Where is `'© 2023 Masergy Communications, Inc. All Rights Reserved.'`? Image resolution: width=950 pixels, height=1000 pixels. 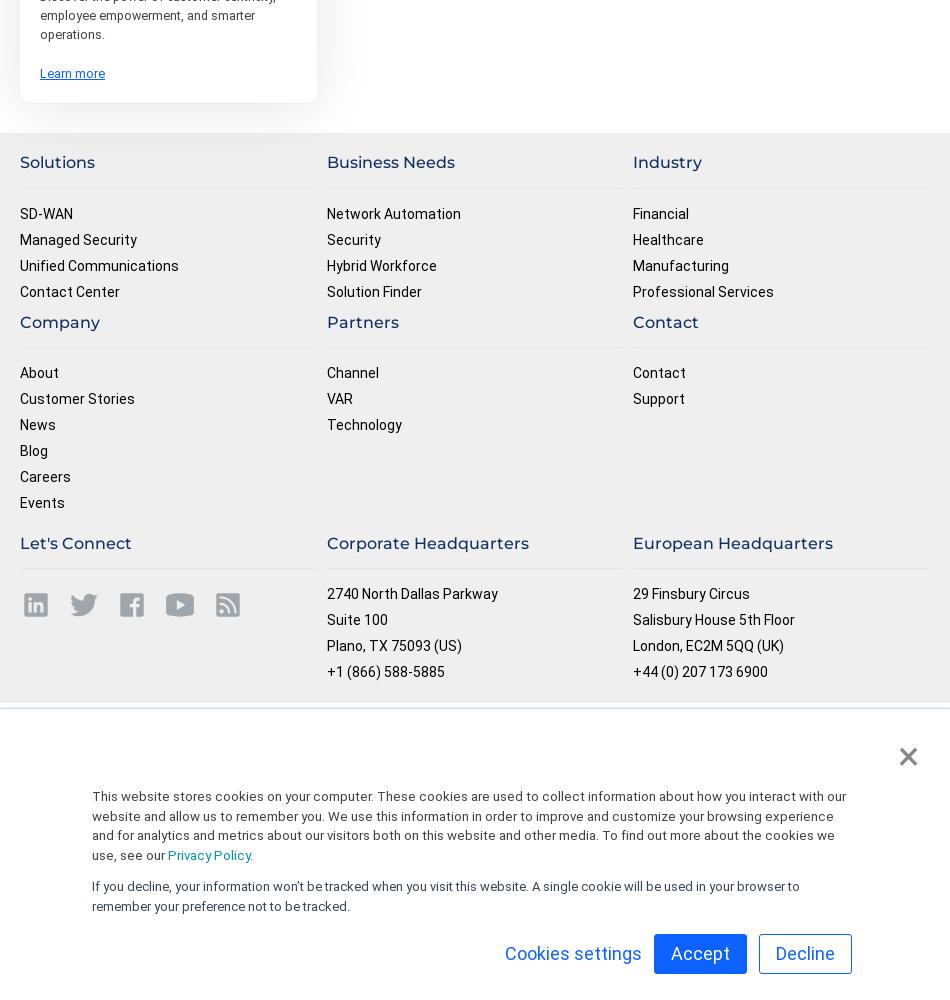 '© 2023 Masergy Communications, Inc. All Rights Reserved.' is located at coordinates (793, 729).